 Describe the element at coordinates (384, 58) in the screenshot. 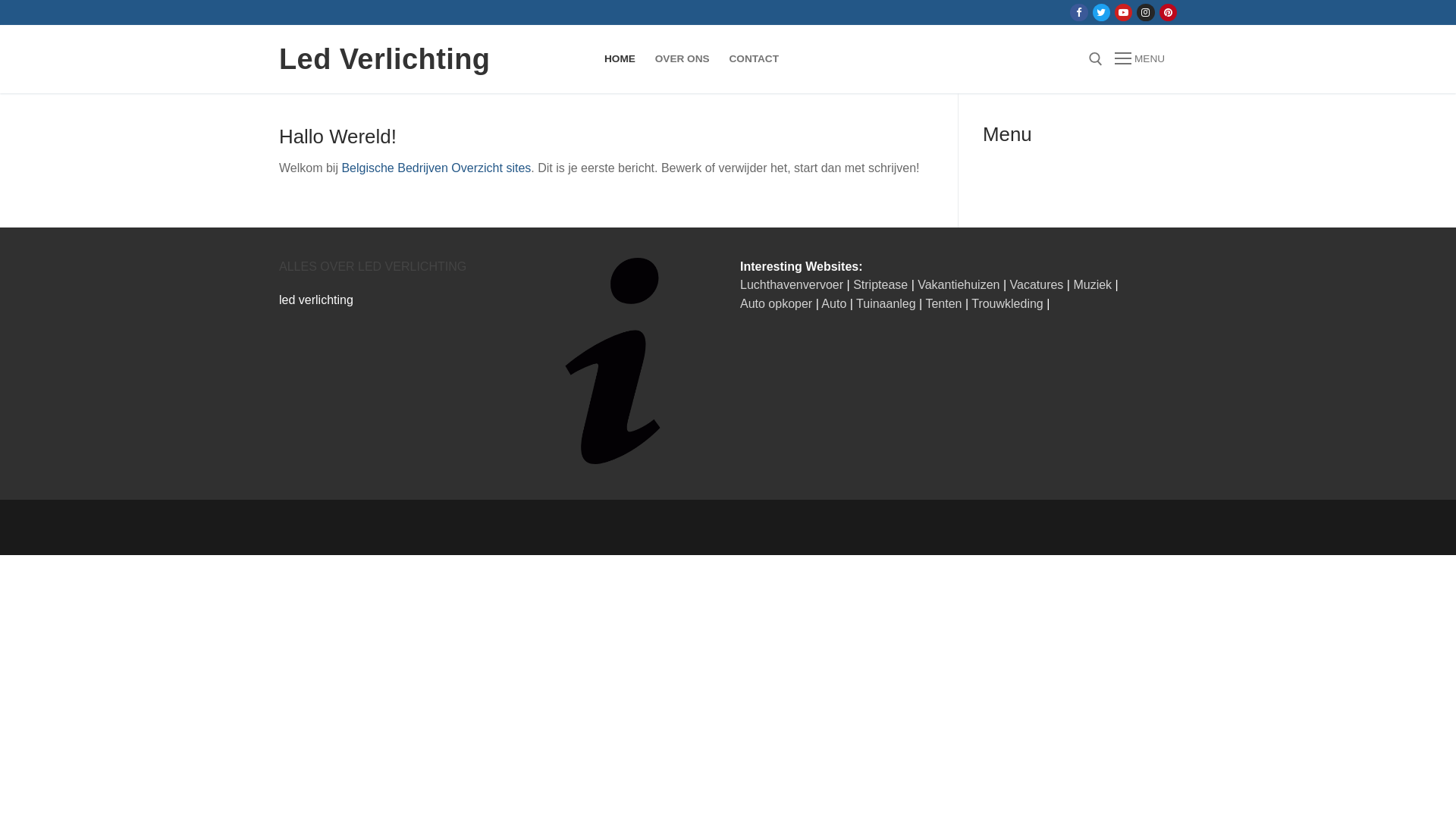

I see `'Led Verlichting'` at that location.